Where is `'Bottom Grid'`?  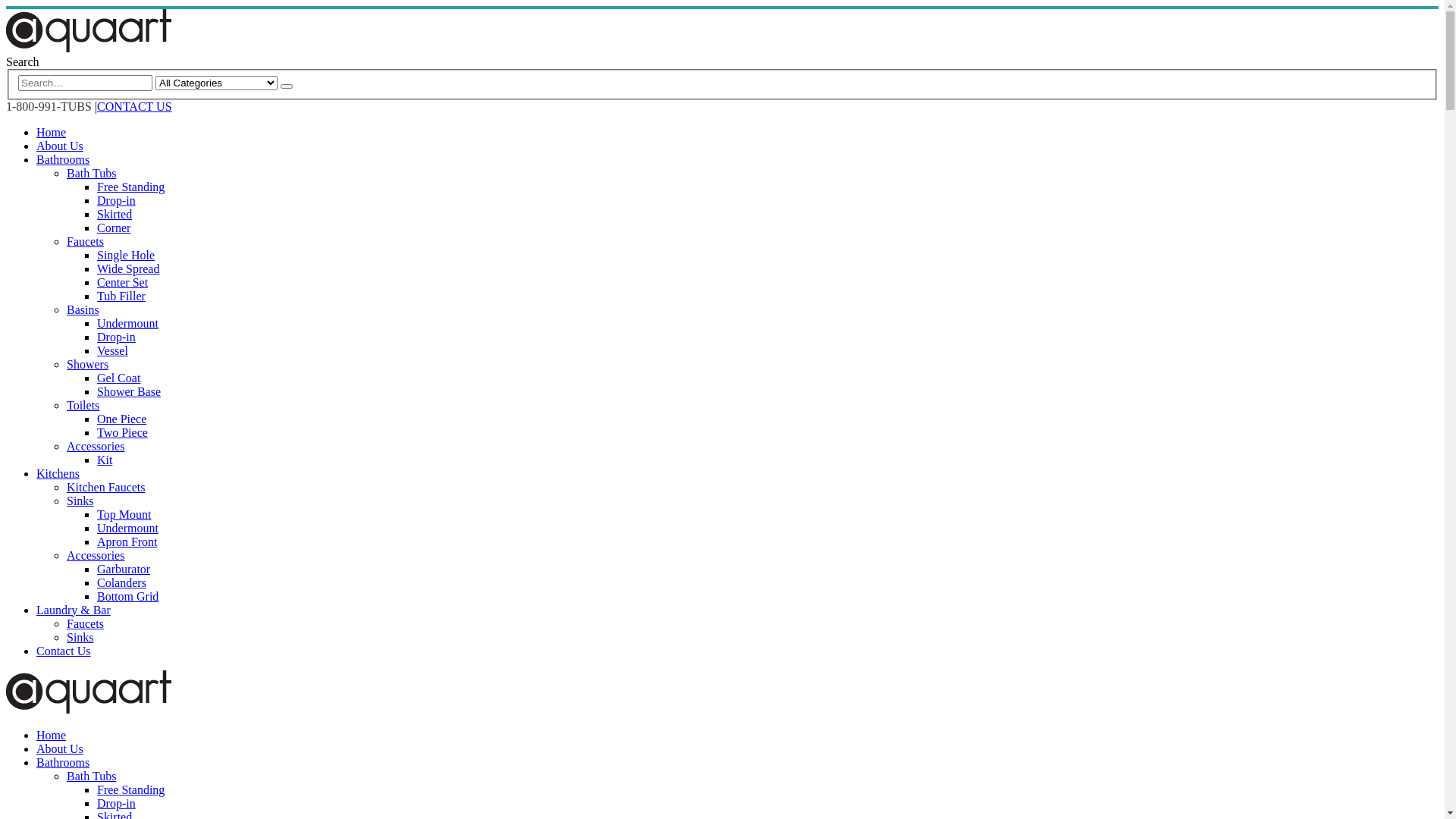 'Bottom Grid' is located at coordinates (96, 595).